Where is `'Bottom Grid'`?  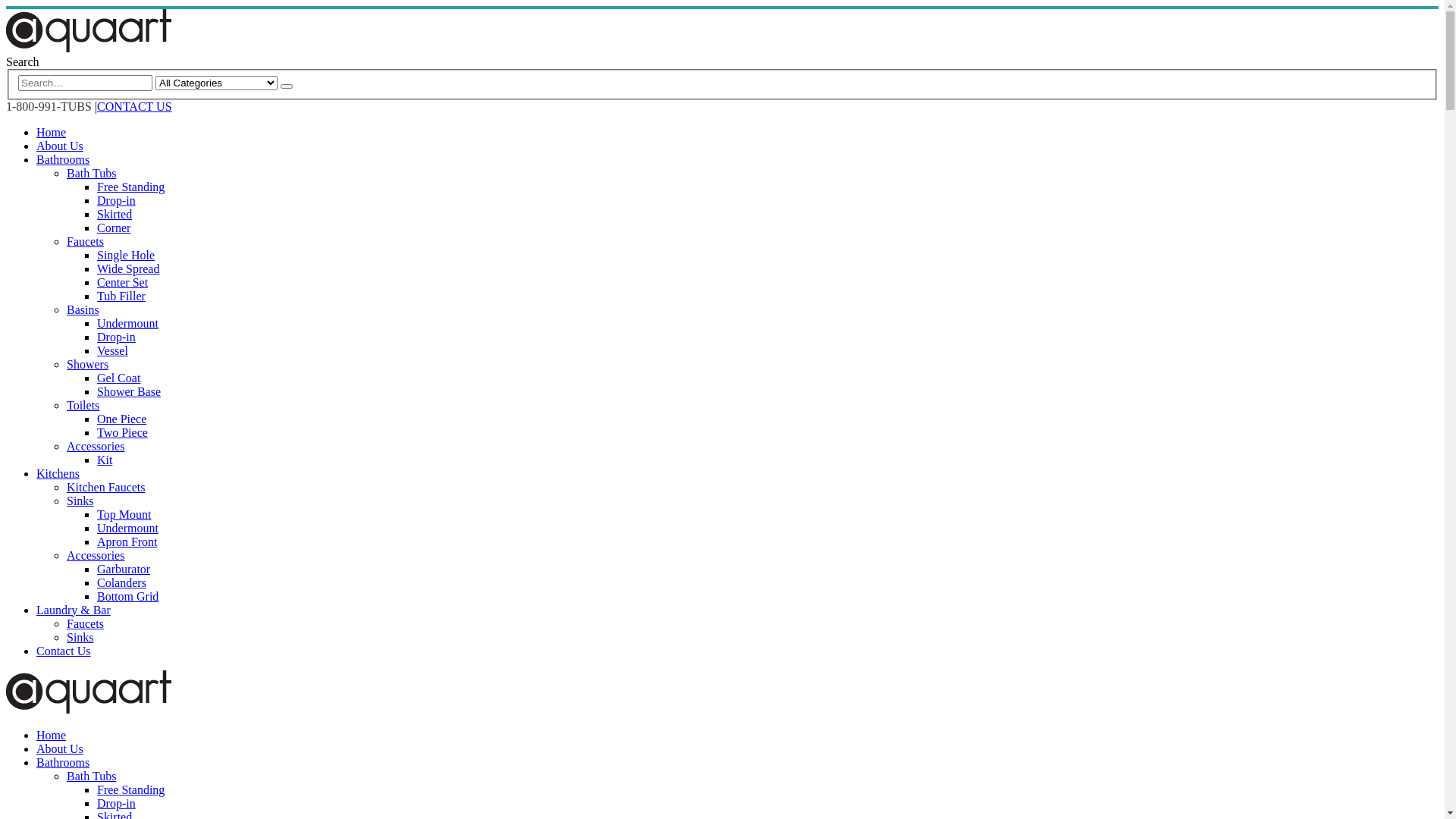 'Bottom Grid' is located at coordinates (96, 595).